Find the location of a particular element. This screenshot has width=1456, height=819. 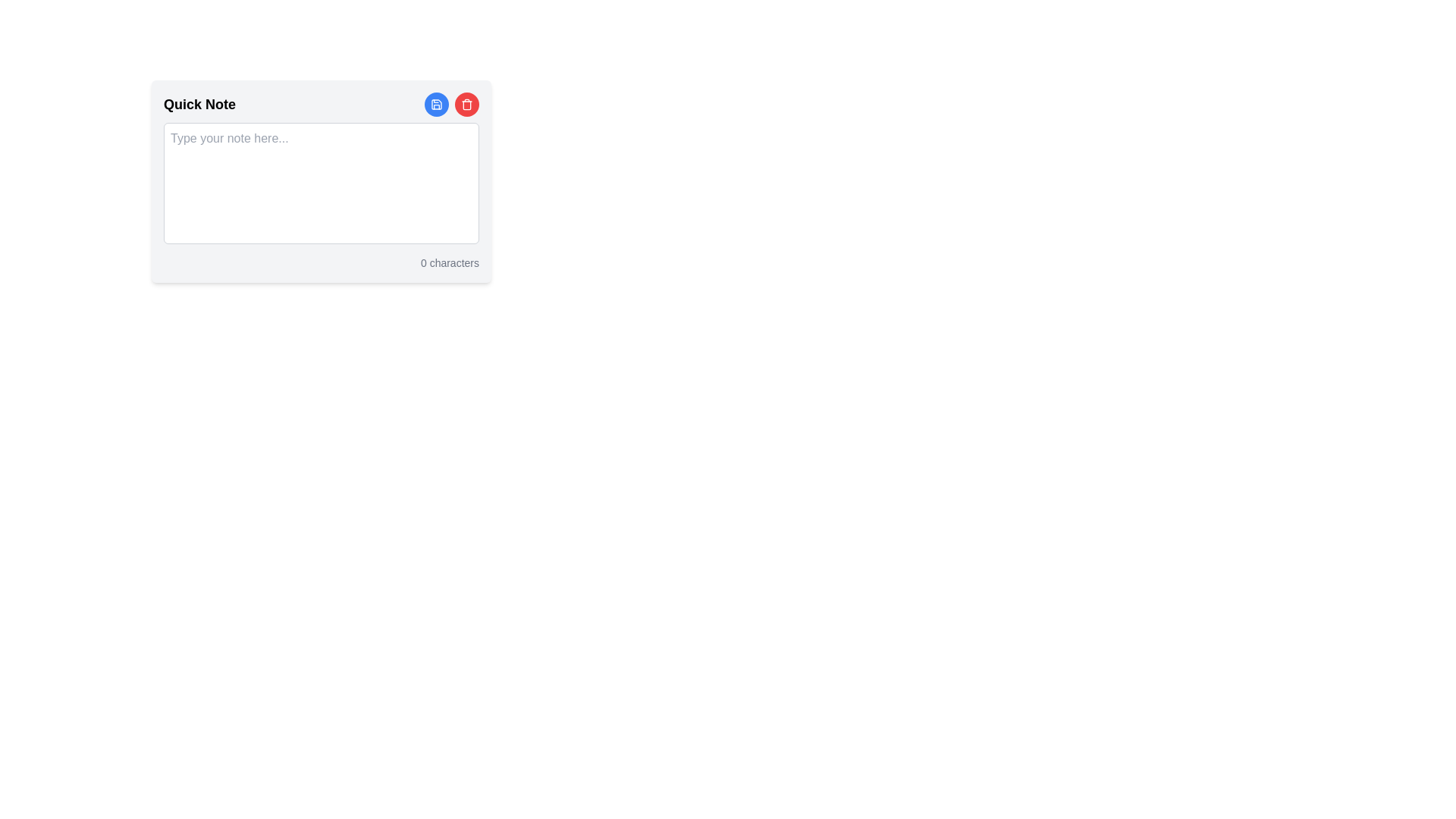

the text within the centrally positioned text input area located below the title 'Quick Note' and above the '0 characters' text is located at coordinates (320, 180).